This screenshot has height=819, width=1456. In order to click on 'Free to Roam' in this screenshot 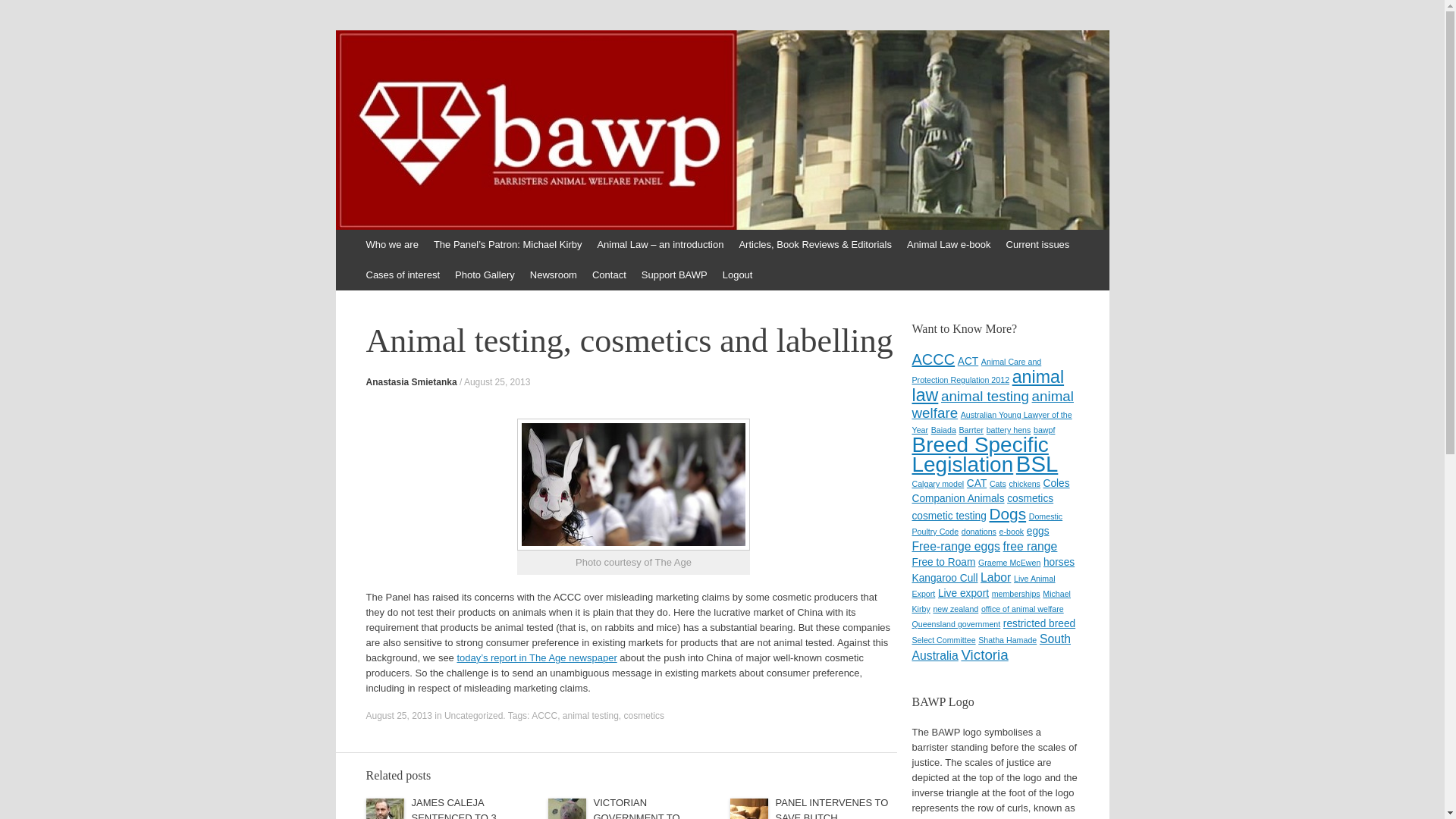, I will do `click(942, 562)`.